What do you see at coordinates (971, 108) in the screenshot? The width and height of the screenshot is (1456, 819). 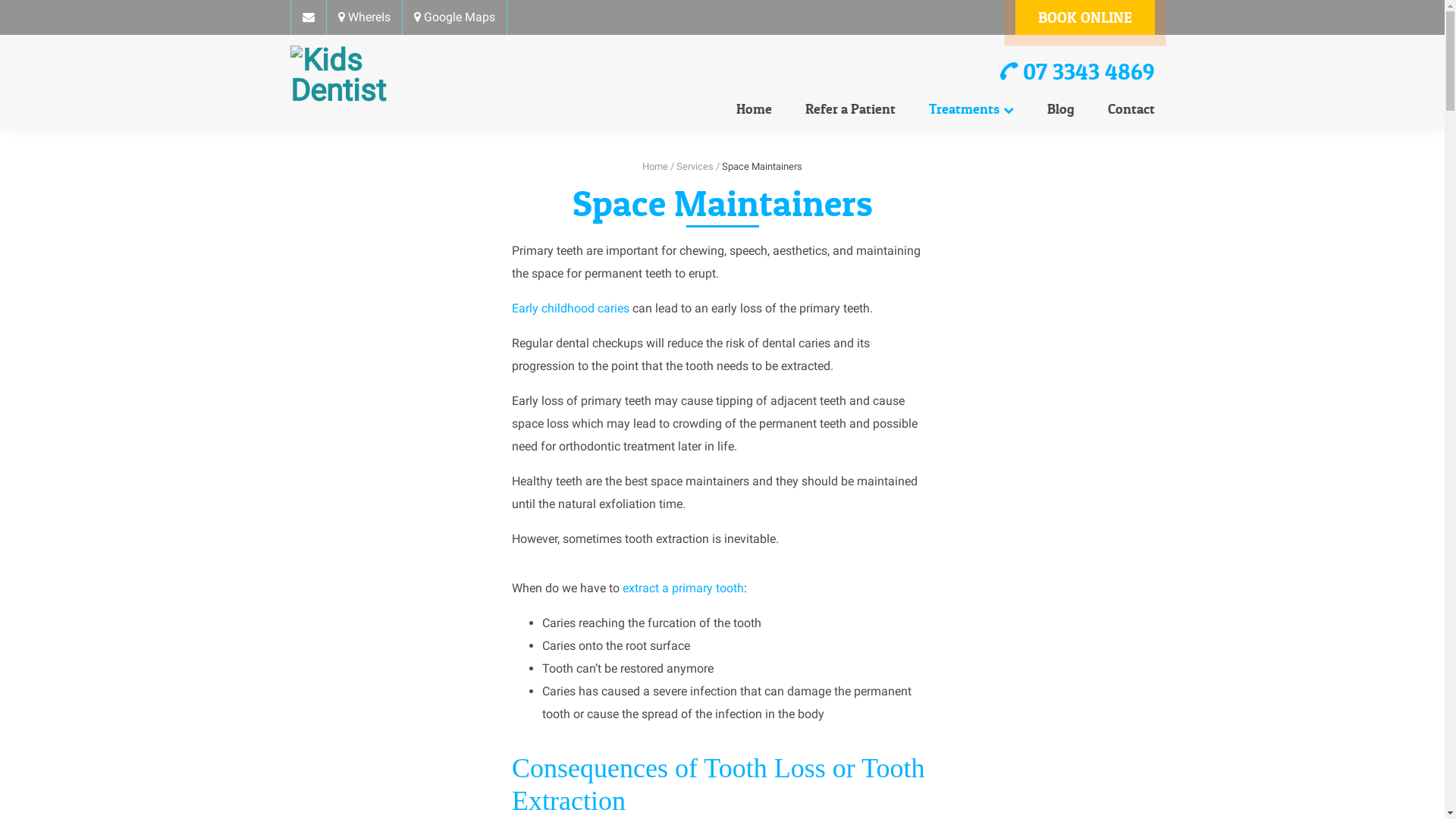 I see `'Treatments'` at bounding box center [971, 108].